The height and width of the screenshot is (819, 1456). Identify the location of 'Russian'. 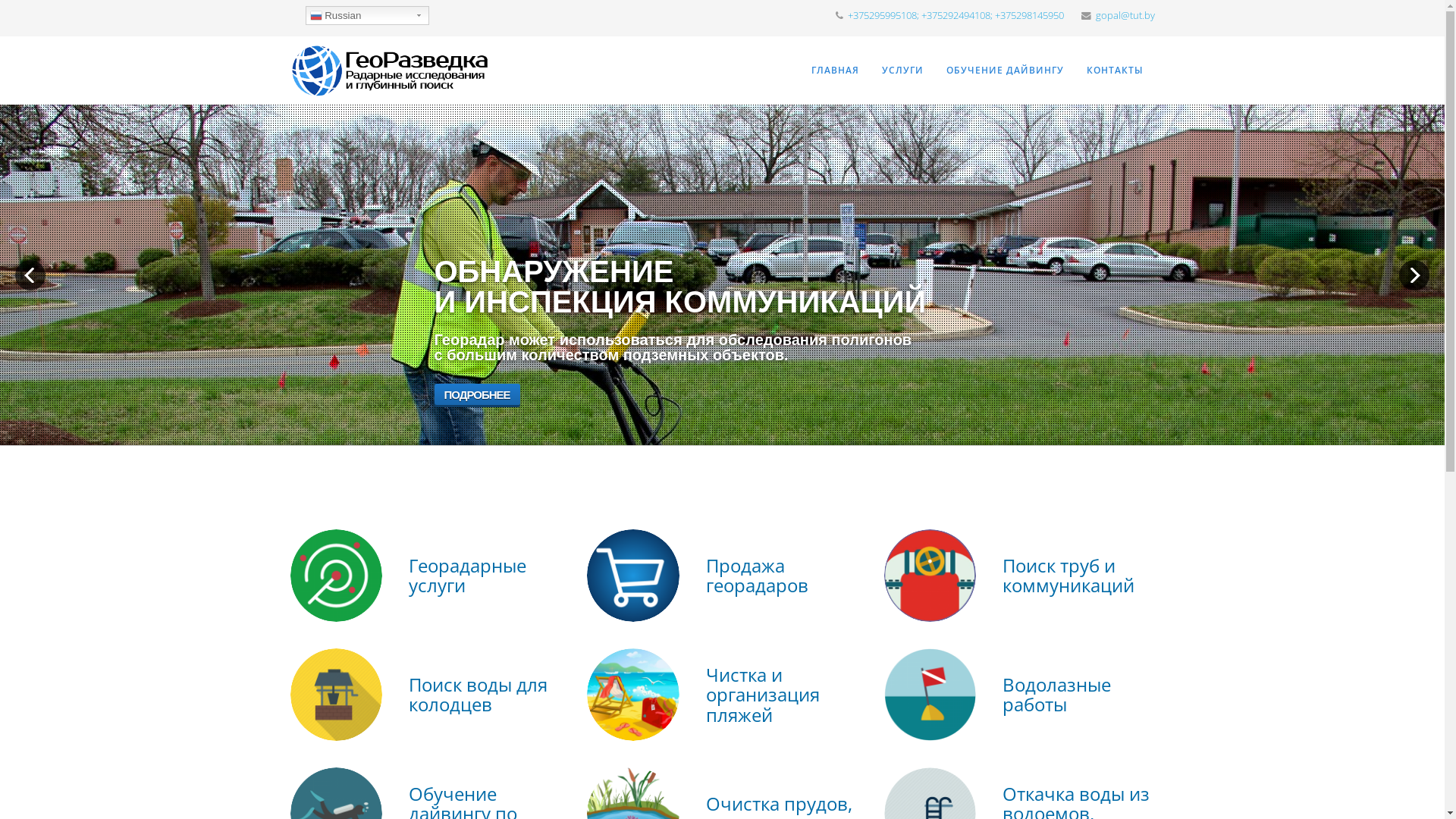
(366, 15).